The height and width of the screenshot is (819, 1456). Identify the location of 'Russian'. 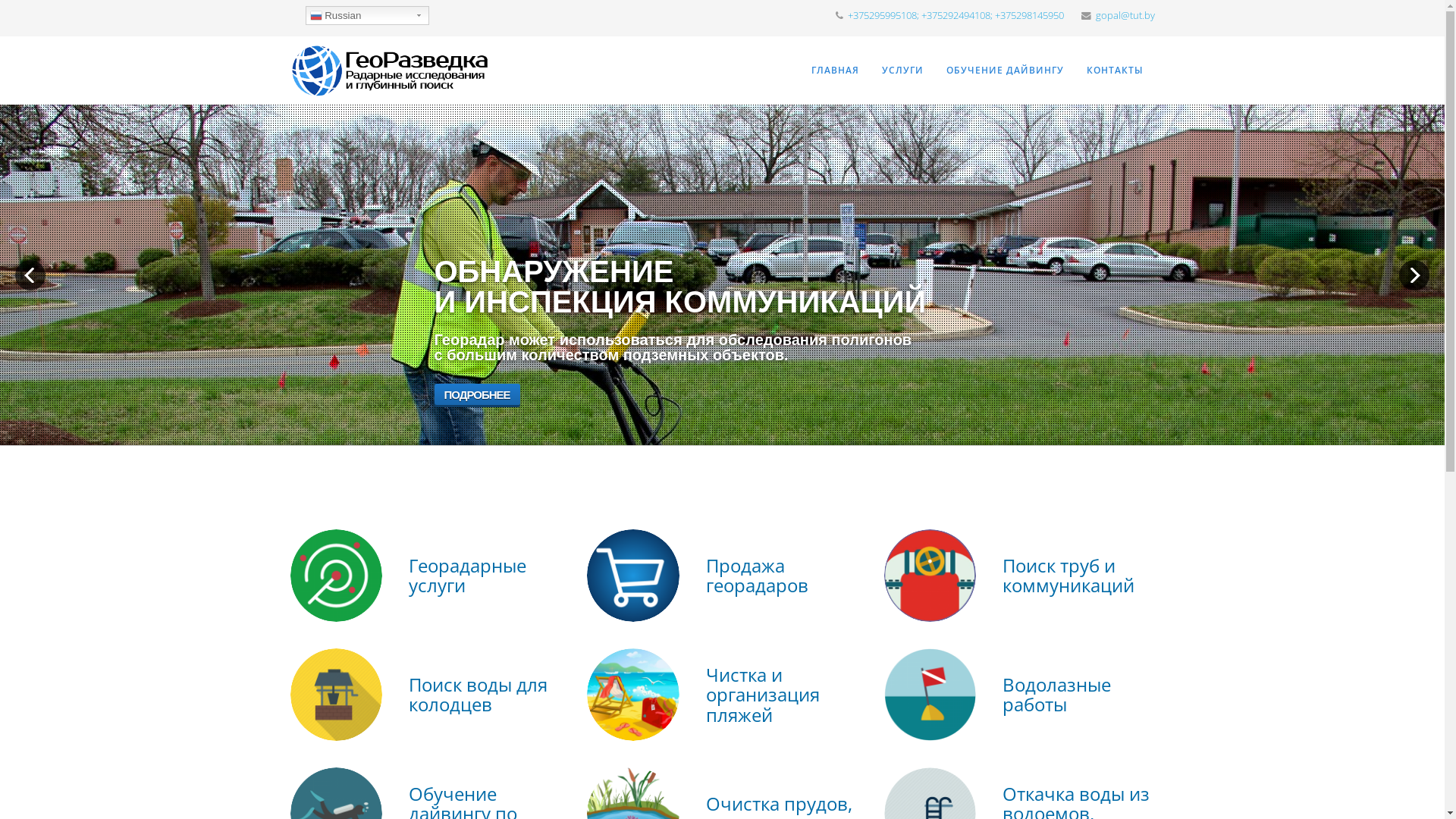
(366, 15).